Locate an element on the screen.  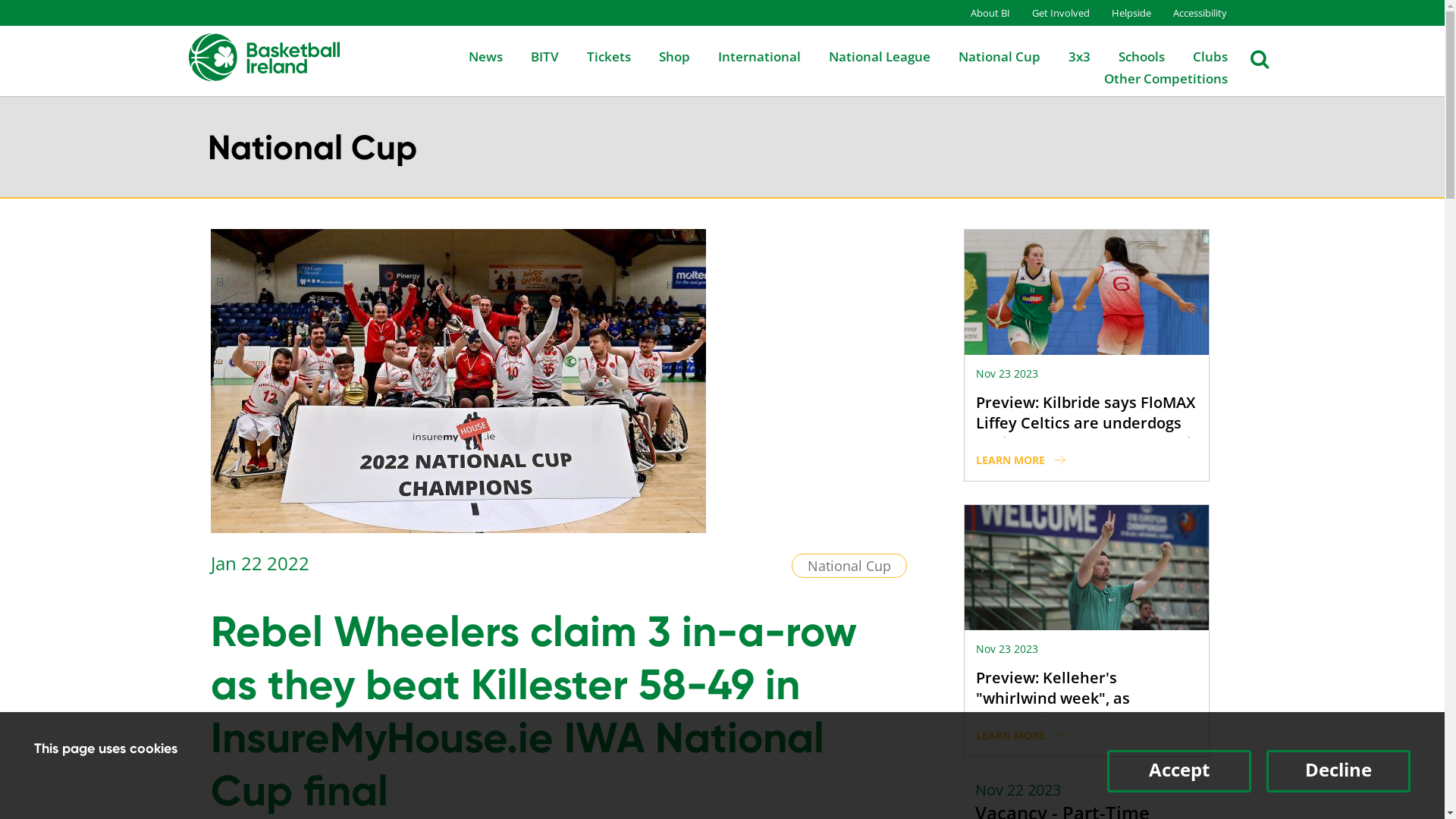
'Other Competitions' is located at coordinates (1153, 78).